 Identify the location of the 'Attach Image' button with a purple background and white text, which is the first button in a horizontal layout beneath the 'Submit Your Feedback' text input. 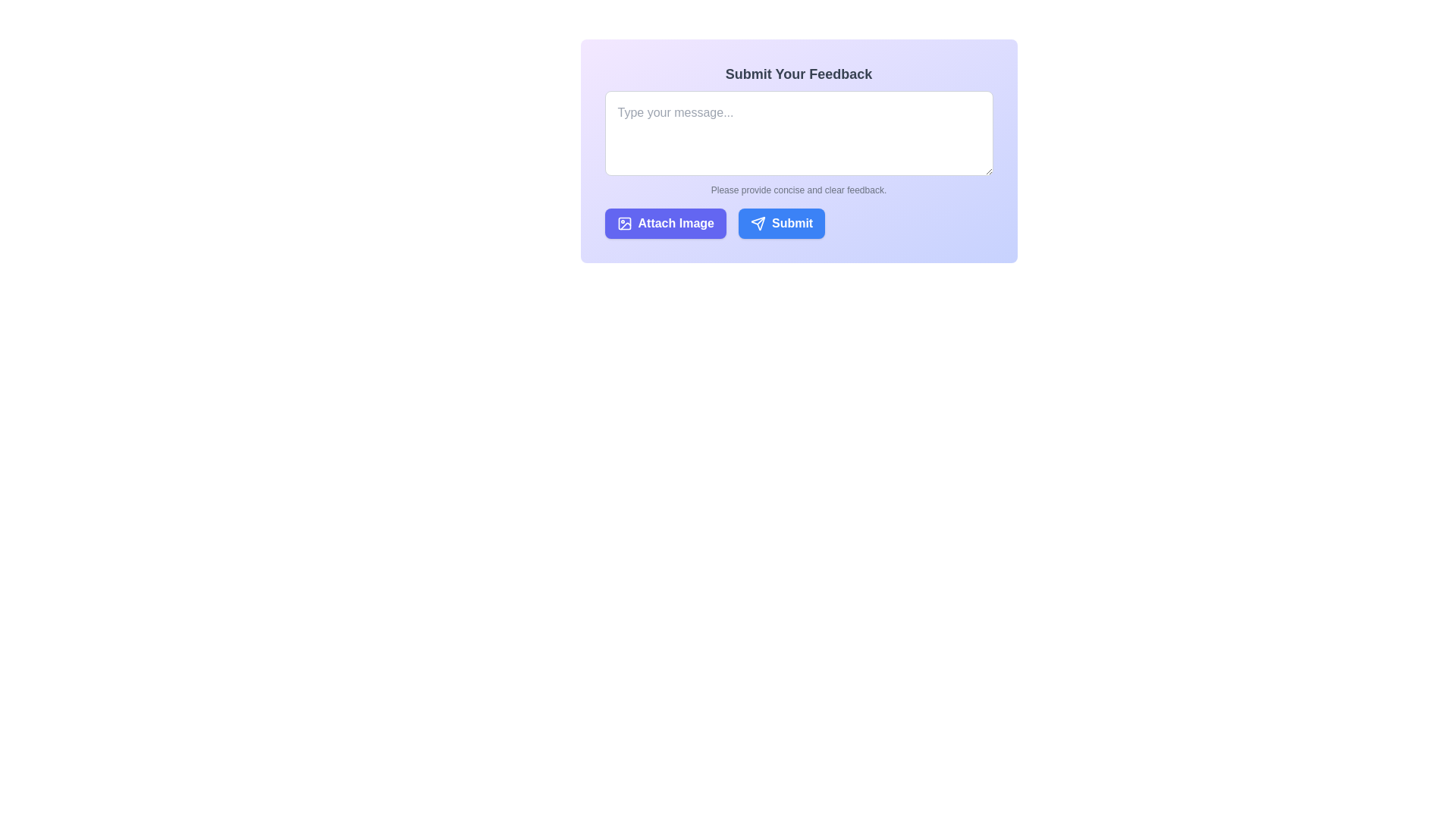
(665, 223).